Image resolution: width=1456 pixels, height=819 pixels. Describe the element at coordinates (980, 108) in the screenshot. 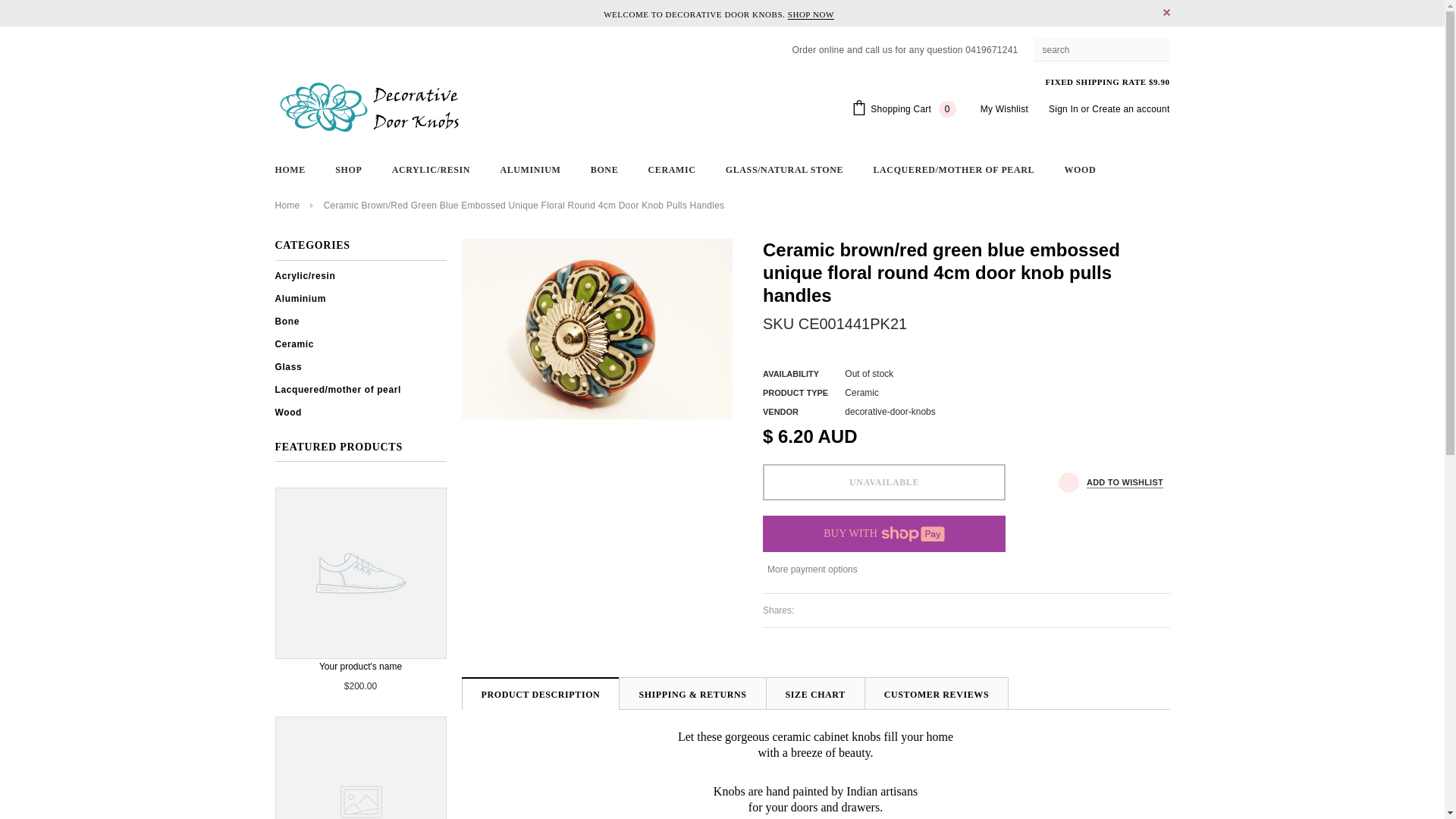

I see `'My Wishlist'` at that location.